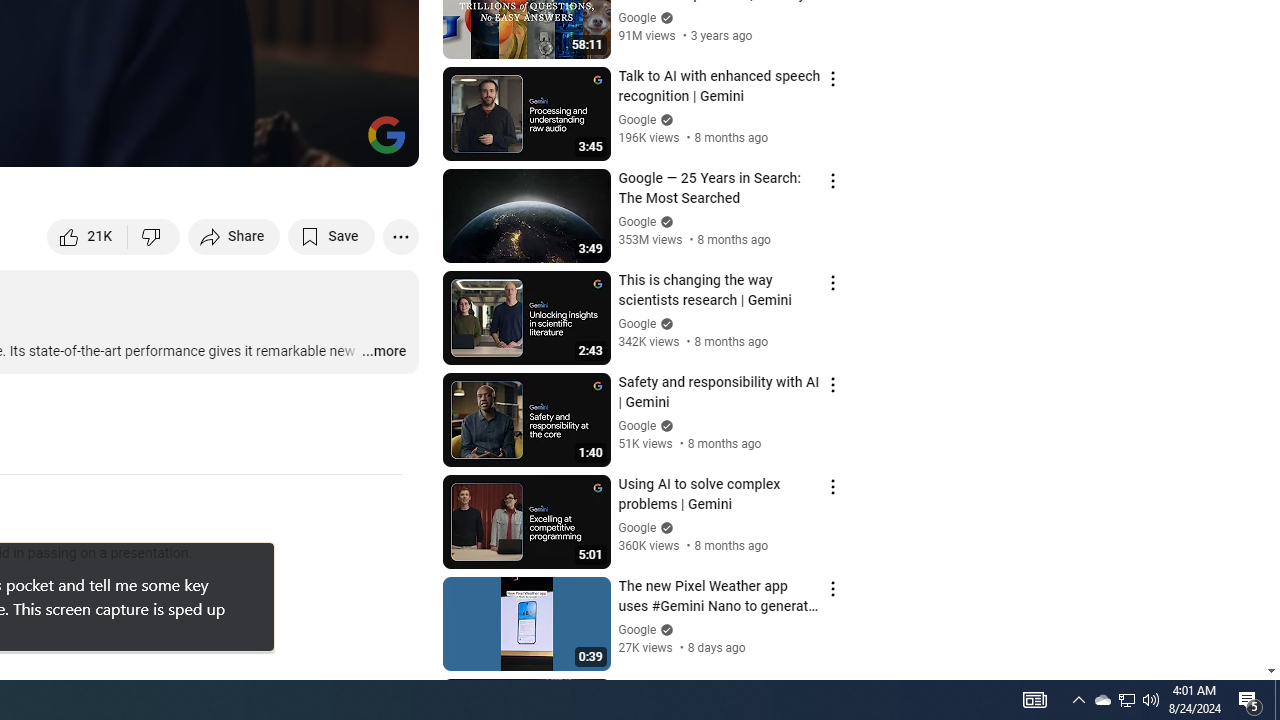 This screenshot has width=1280, height=720. Describe the element at coordinates (386, 135) in the screenshot. I see `'Channel watermark'` at that location.